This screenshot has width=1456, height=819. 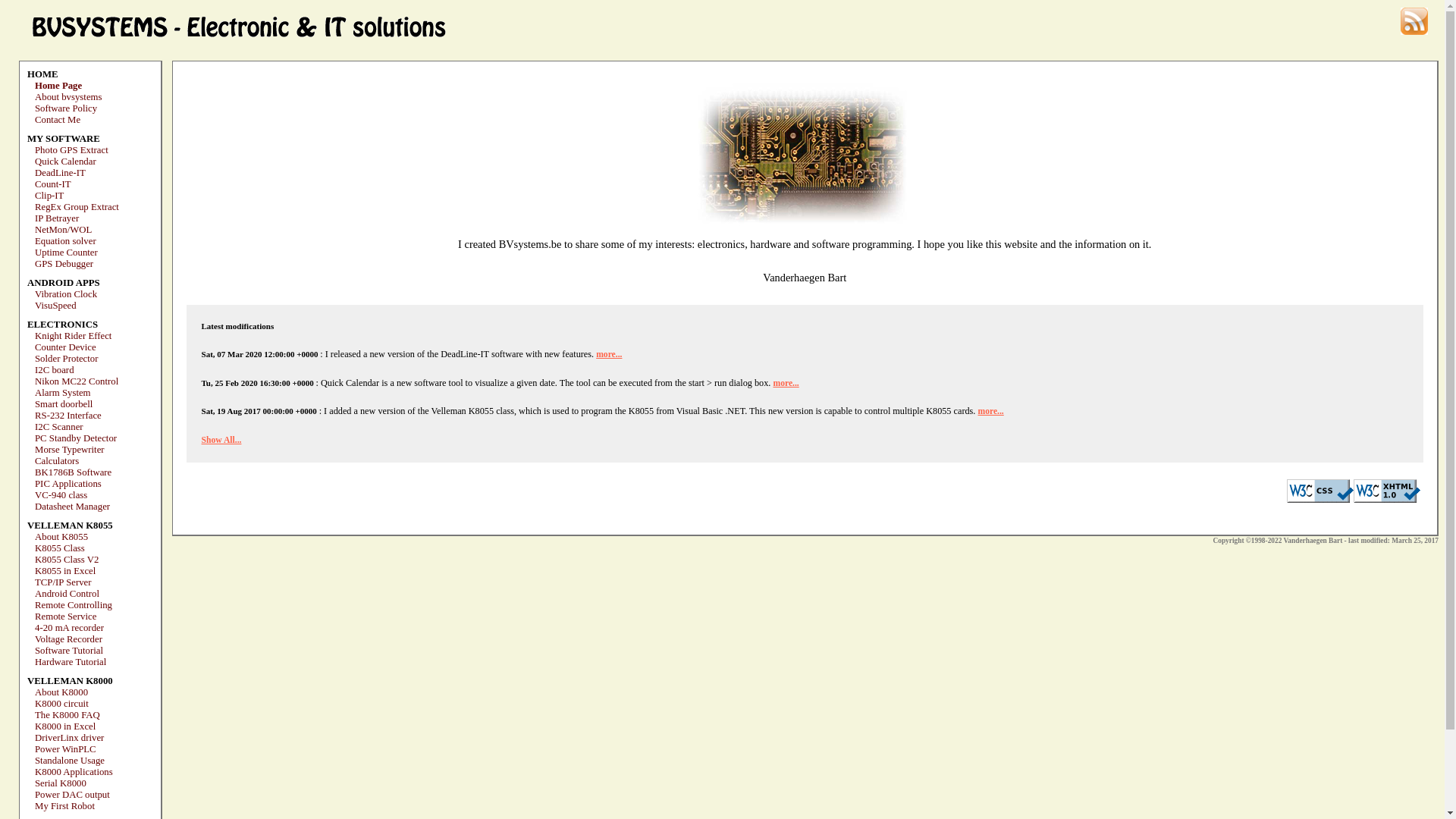 I want to click on 'Solder Protector', so click(x=65, y=359).